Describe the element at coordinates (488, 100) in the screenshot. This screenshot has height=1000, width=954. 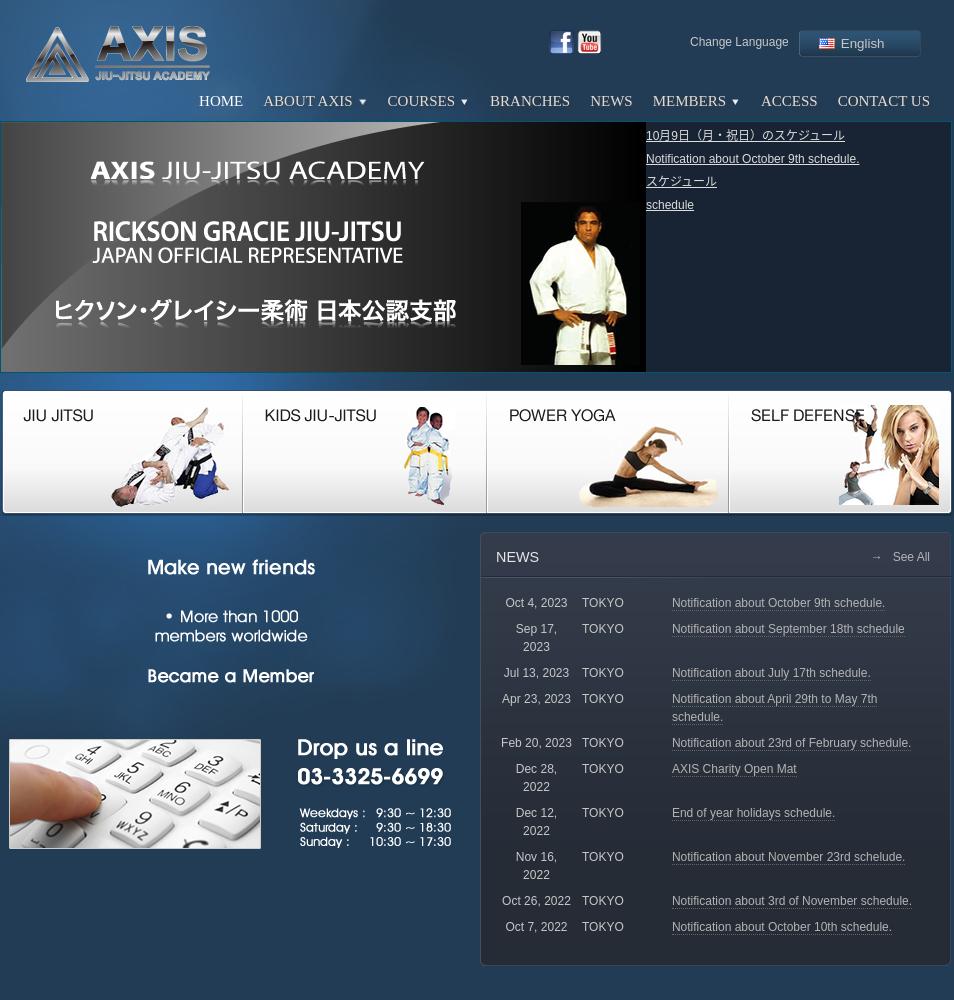
I see `'Branches'` at that location.